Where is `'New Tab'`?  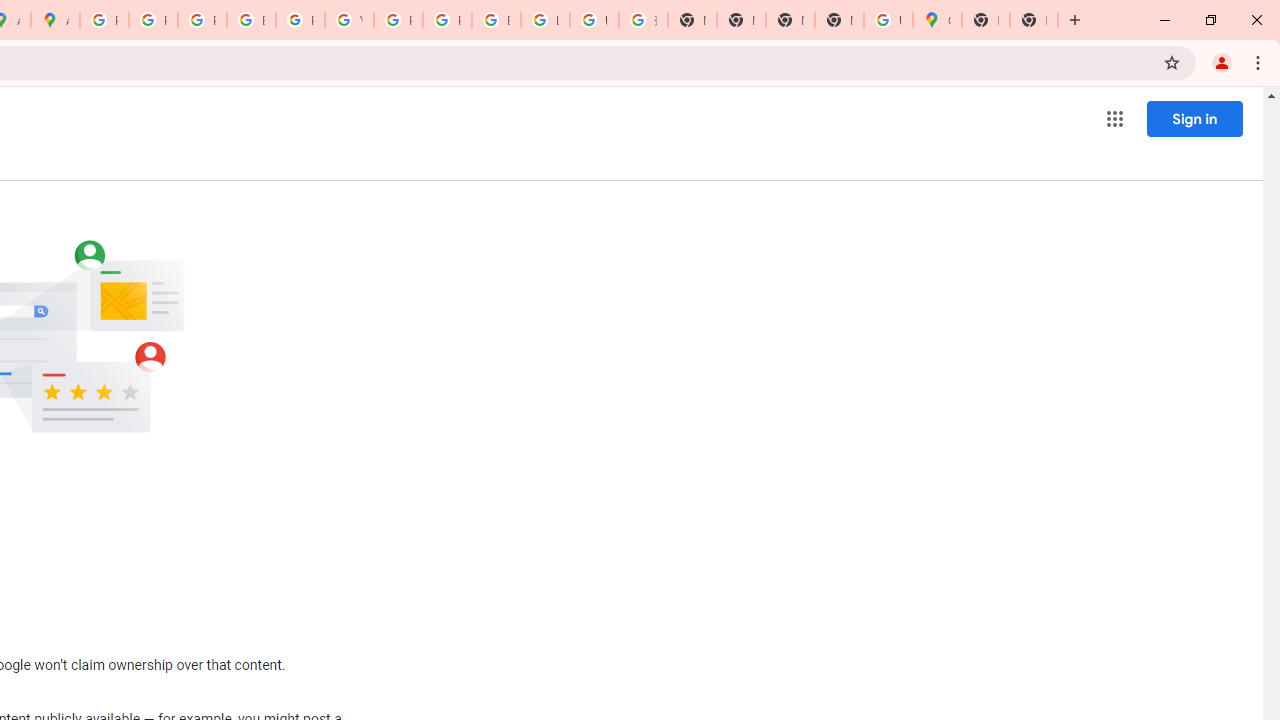 'New Tab' is located at coordinates (986, 20).